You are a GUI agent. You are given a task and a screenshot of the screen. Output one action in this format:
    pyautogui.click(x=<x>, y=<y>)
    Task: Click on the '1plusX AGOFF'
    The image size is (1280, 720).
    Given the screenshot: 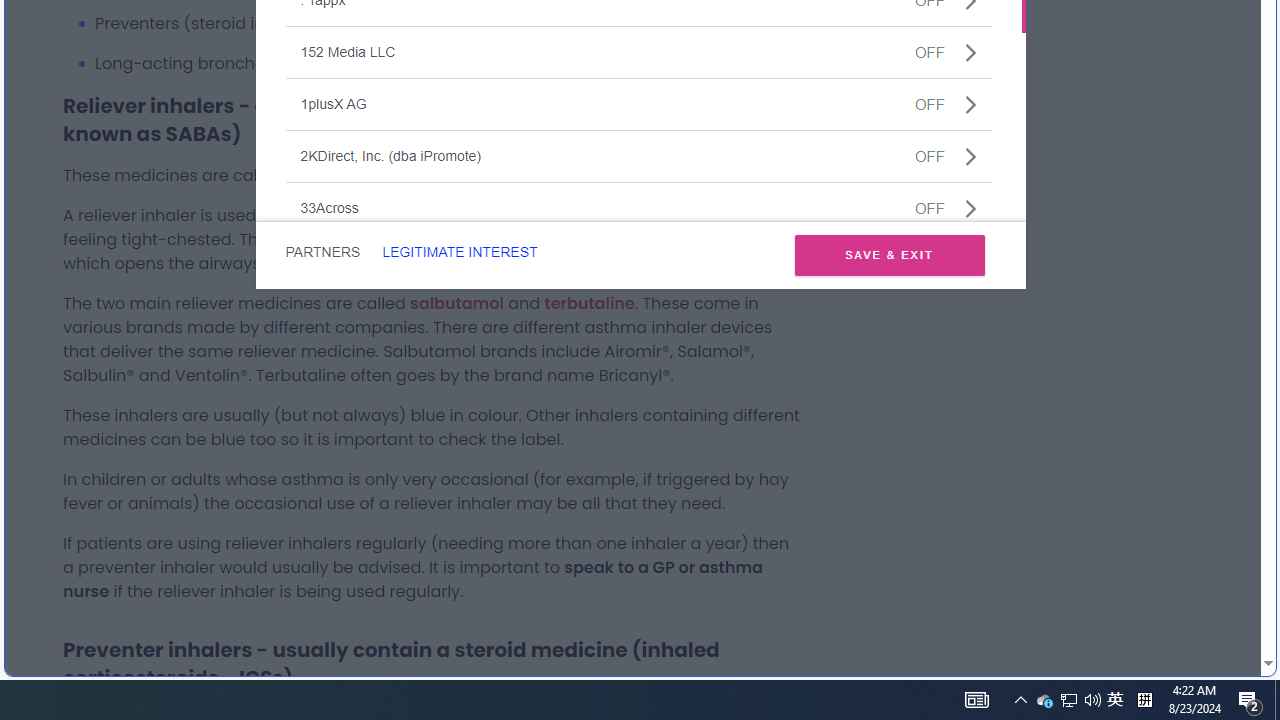 What is the action you would take?
    pyautogui.click(x=637, y=104)
    